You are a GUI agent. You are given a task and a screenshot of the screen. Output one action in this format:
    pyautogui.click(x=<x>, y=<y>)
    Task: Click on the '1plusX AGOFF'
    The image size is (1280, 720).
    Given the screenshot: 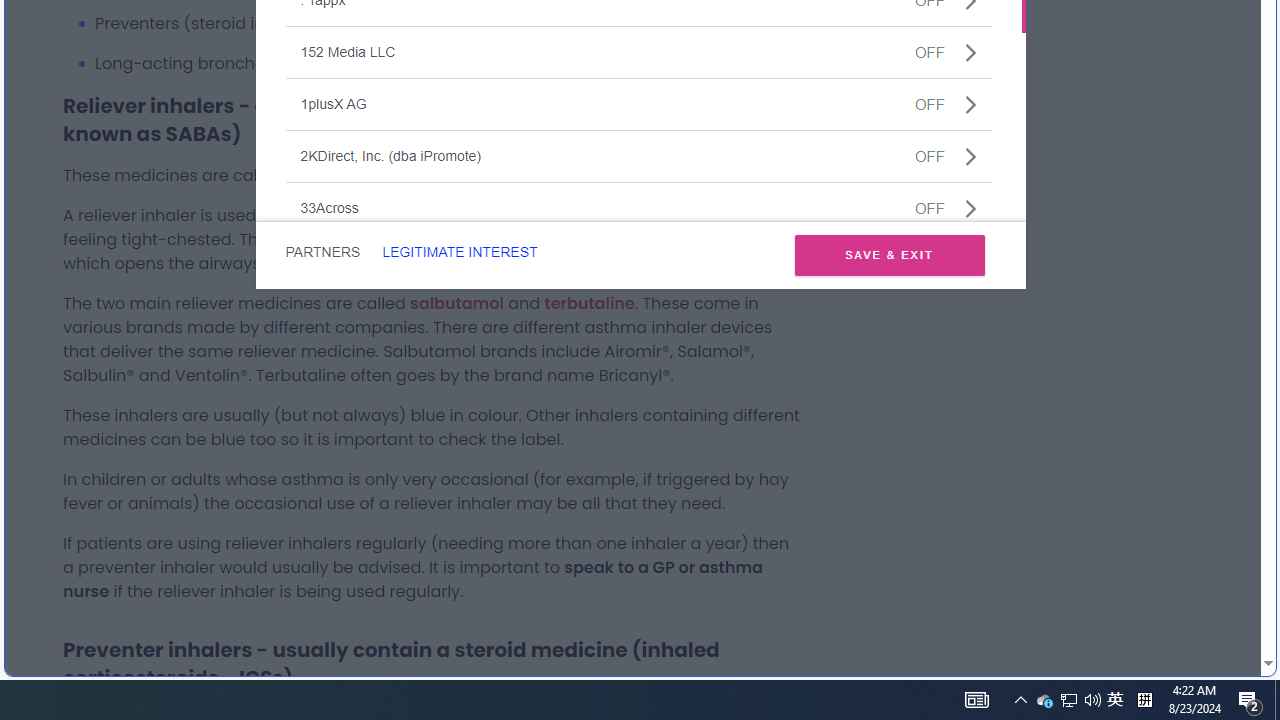 What is the action you would take?
    pyautogui.click(x=637, y=104)
    